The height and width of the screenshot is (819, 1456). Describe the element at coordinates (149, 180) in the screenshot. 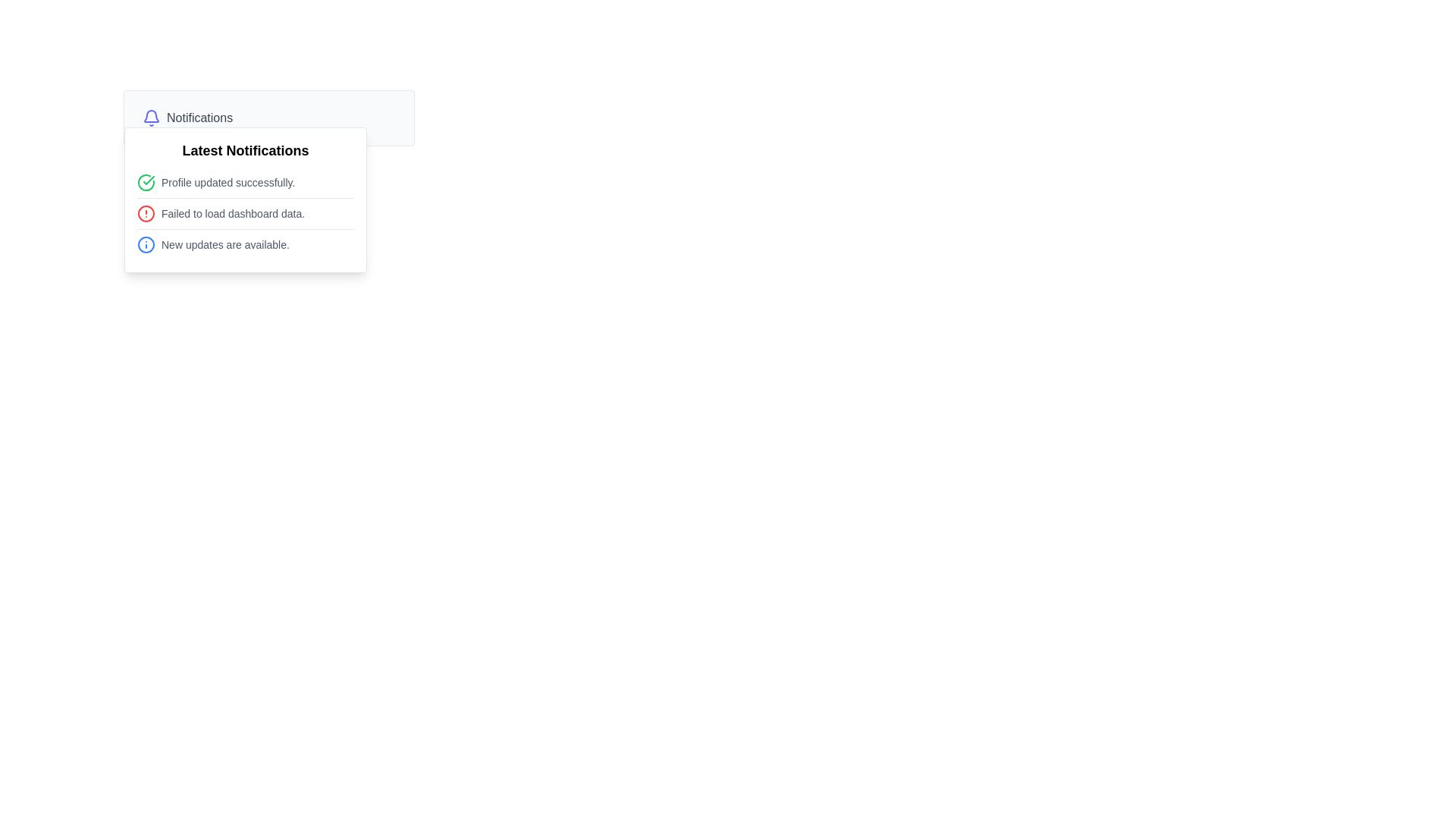

I see `the icon that signifies the successful completion of the 'Profile updated successfully' notification in the notifications drop-down menu` at that location.